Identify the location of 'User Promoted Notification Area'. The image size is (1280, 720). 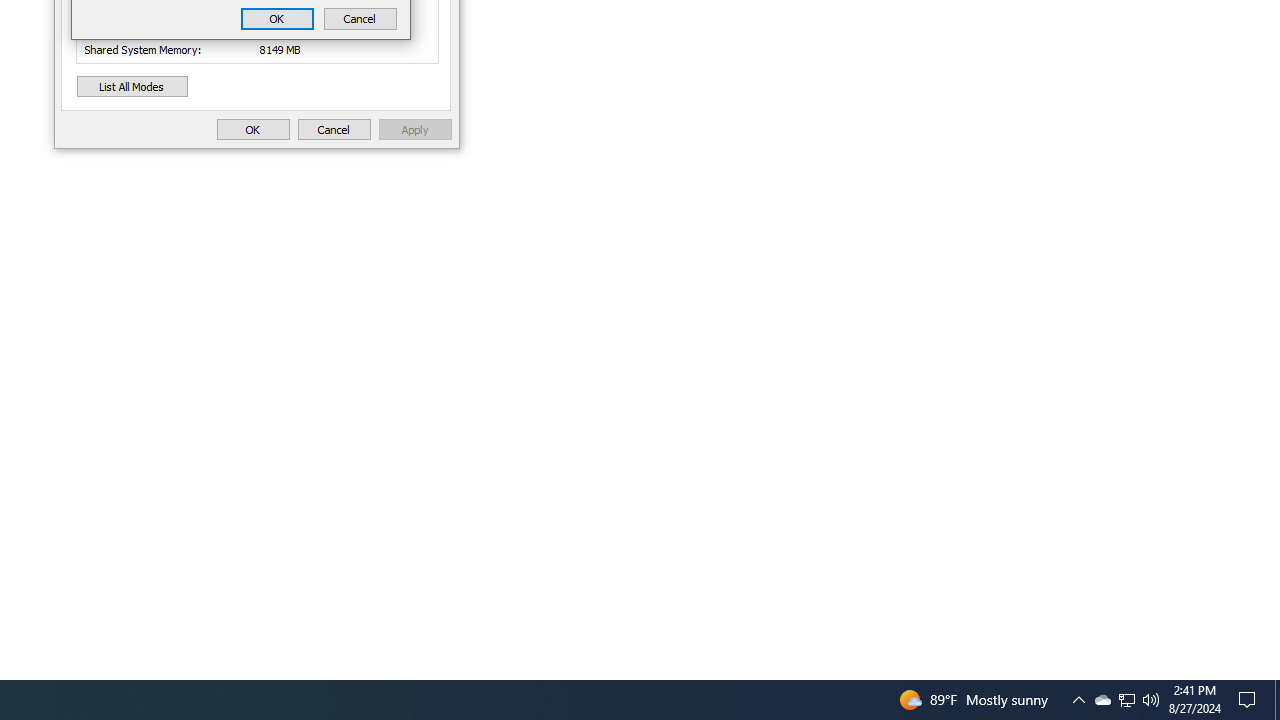
(1127, 698).